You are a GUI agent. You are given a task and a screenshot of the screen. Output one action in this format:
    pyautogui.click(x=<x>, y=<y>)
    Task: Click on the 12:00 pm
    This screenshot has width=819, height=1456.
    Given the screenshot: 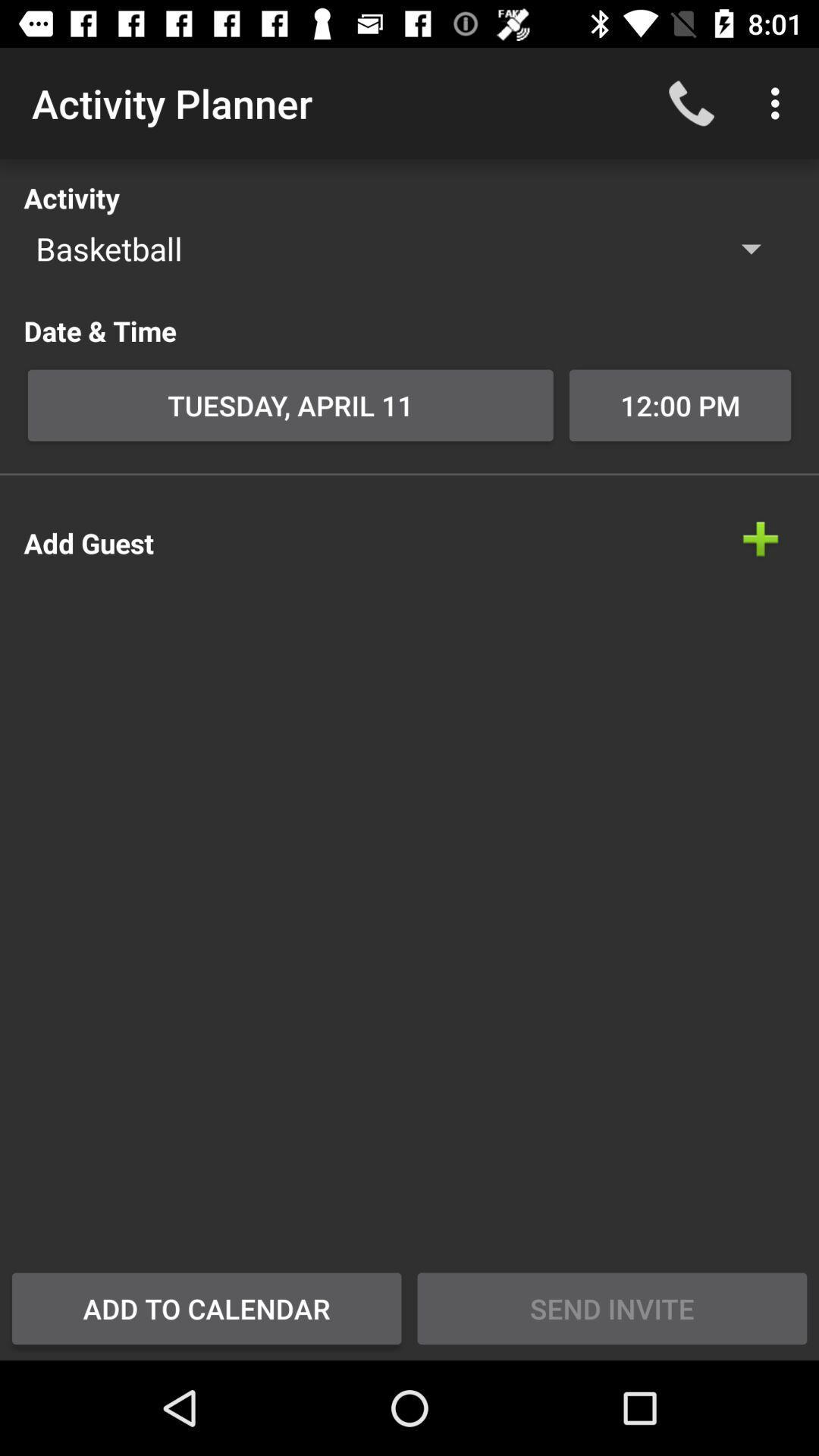 What is the action you would take?
    pyautogui.click(x=679, y=405)
    